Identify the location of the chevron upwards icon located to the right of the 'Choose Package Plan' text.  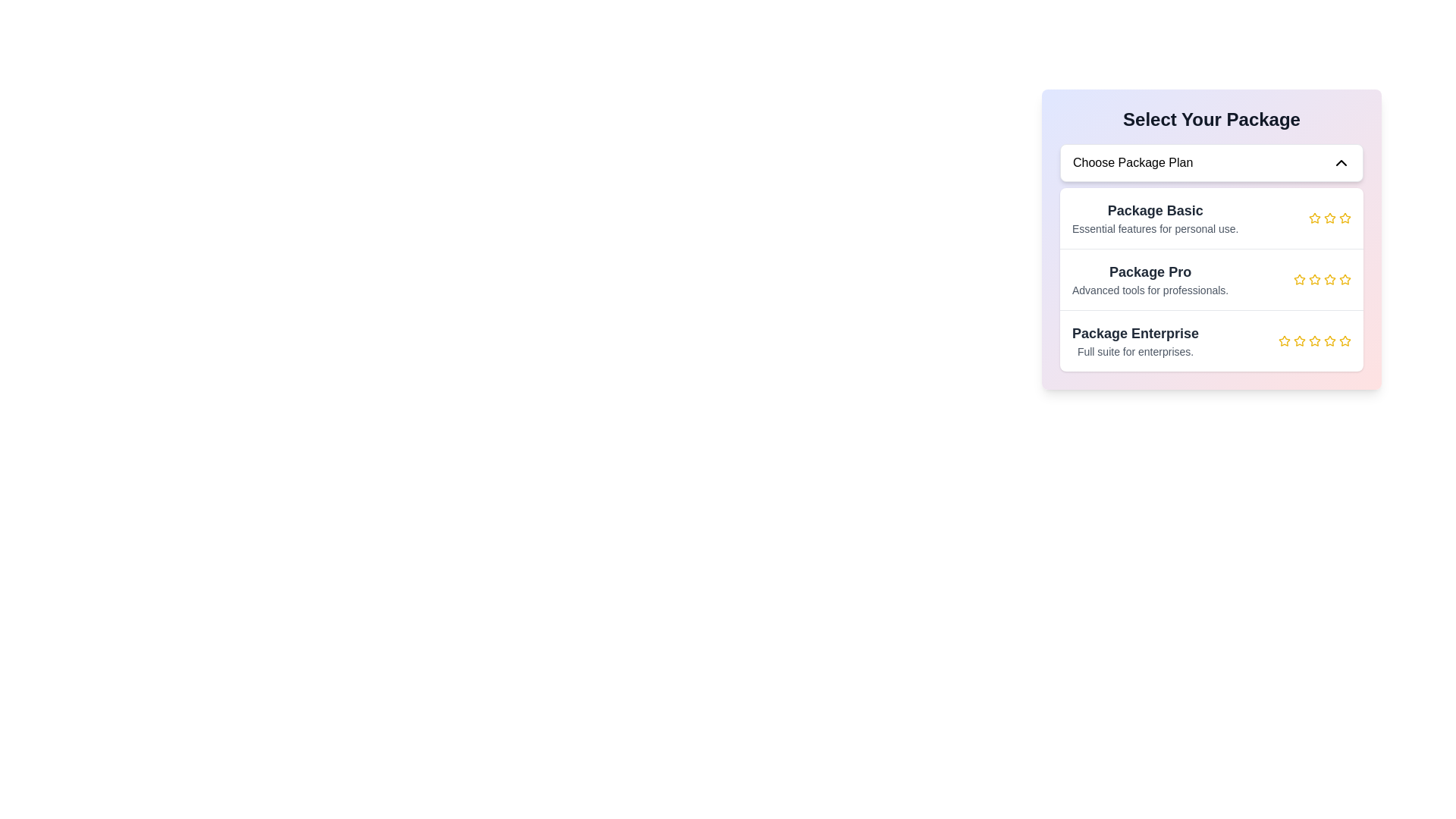
(1341, 163).